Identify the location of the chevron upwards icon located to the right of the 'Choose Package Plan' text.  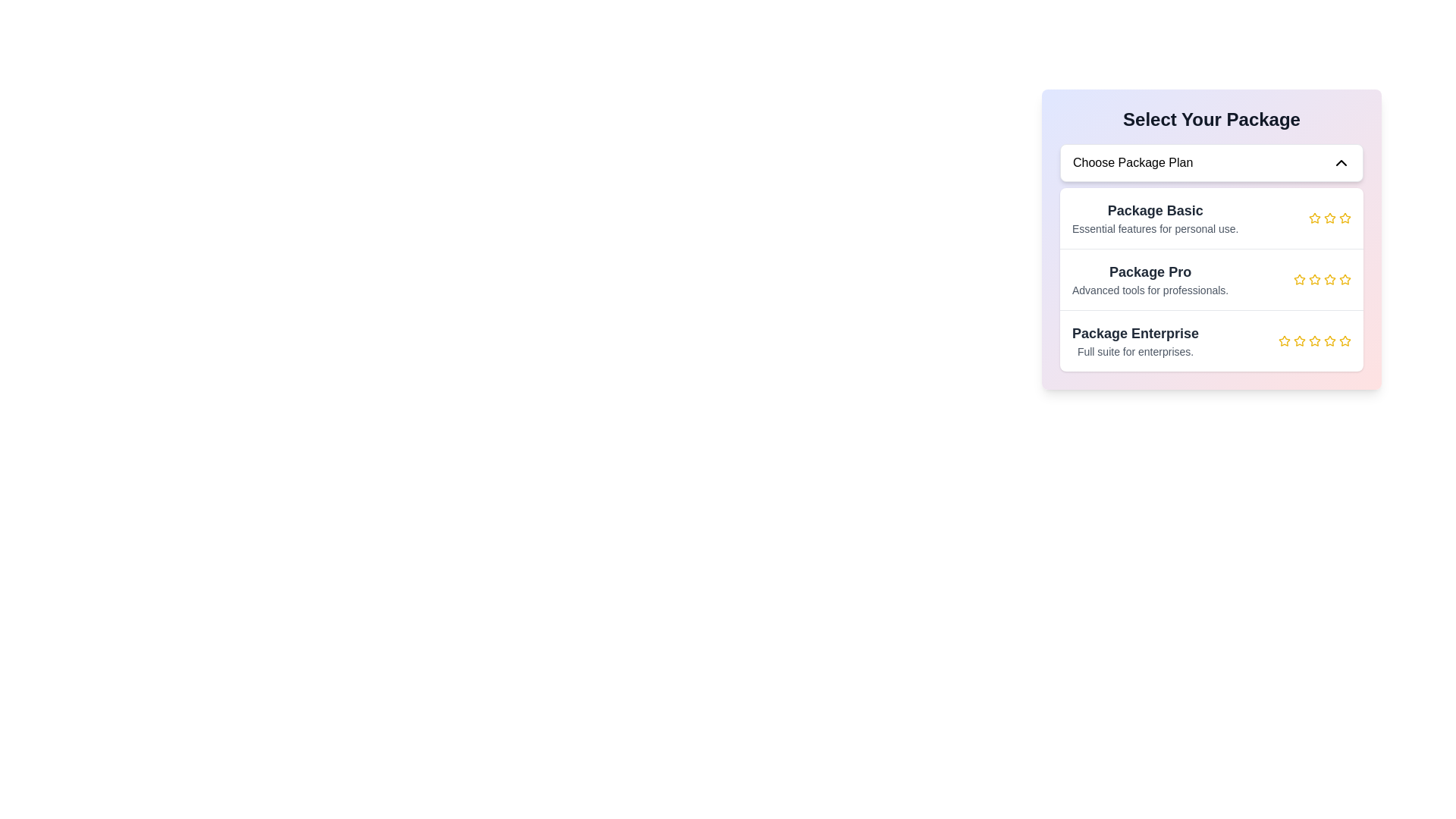
(1341, 163).